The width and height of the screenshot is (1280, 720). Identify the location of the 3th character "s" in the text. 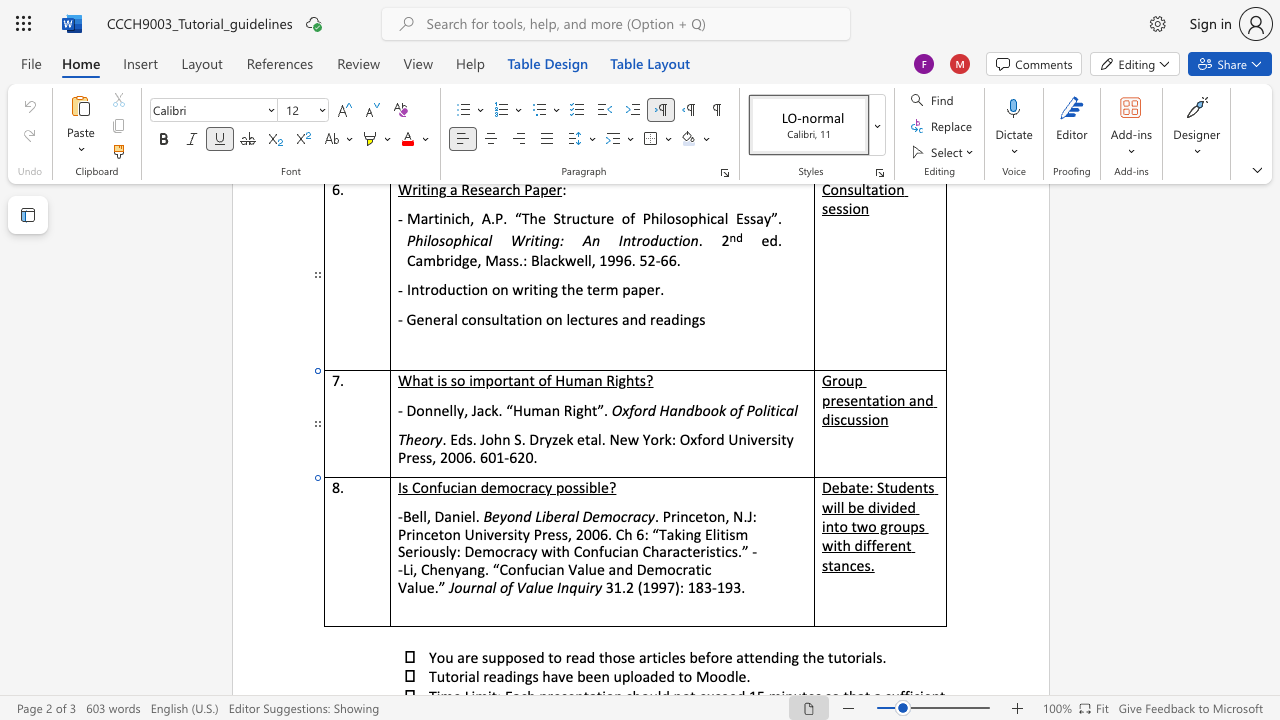
(642, 380).